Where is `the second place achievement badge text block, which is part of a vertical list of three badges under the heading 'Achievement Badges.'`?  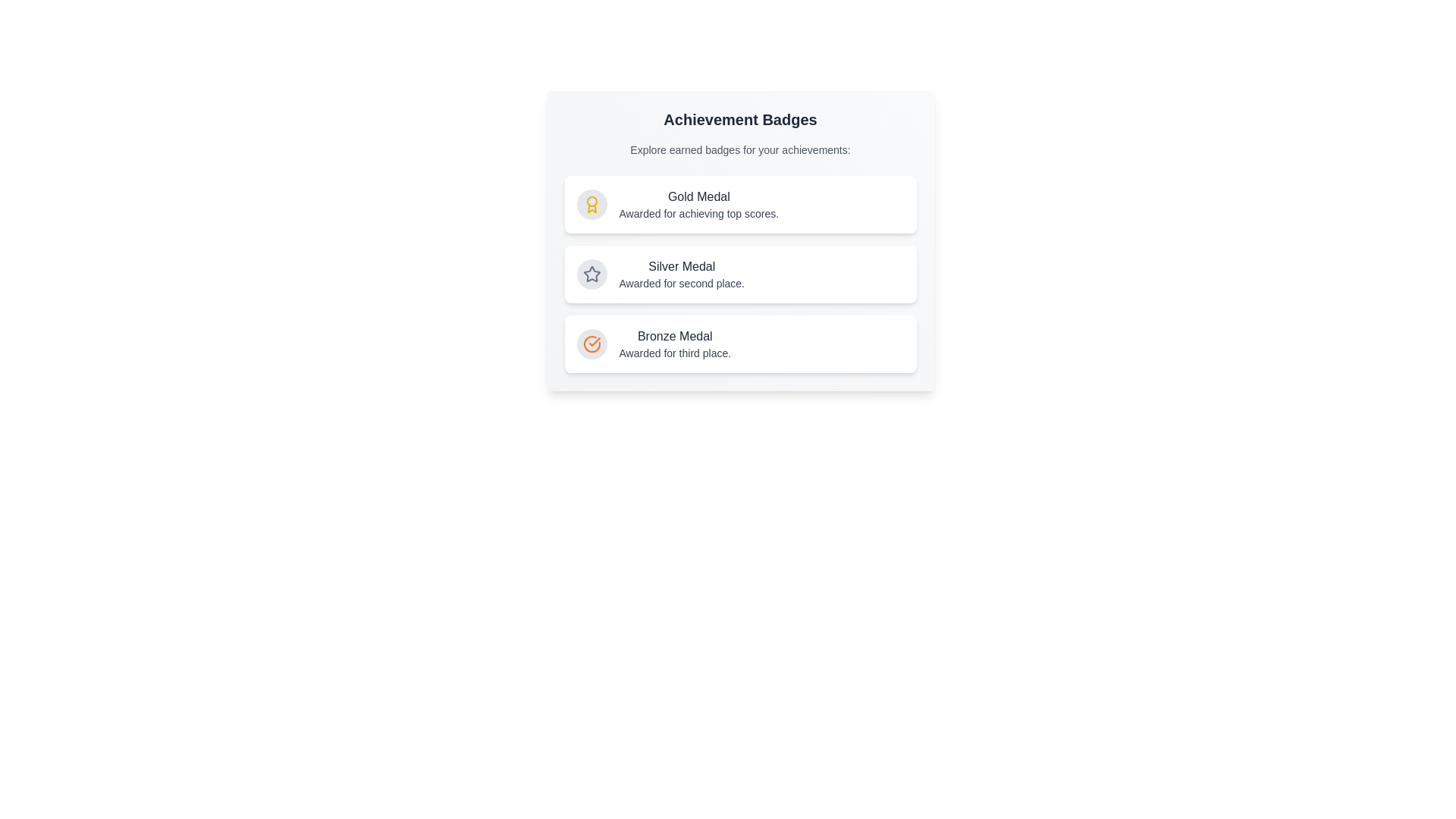
the second place achievement badge text block, which is part of a vertical list of three badges under the heading 'Achievement Badges.' is located at coordinates (681, 275).